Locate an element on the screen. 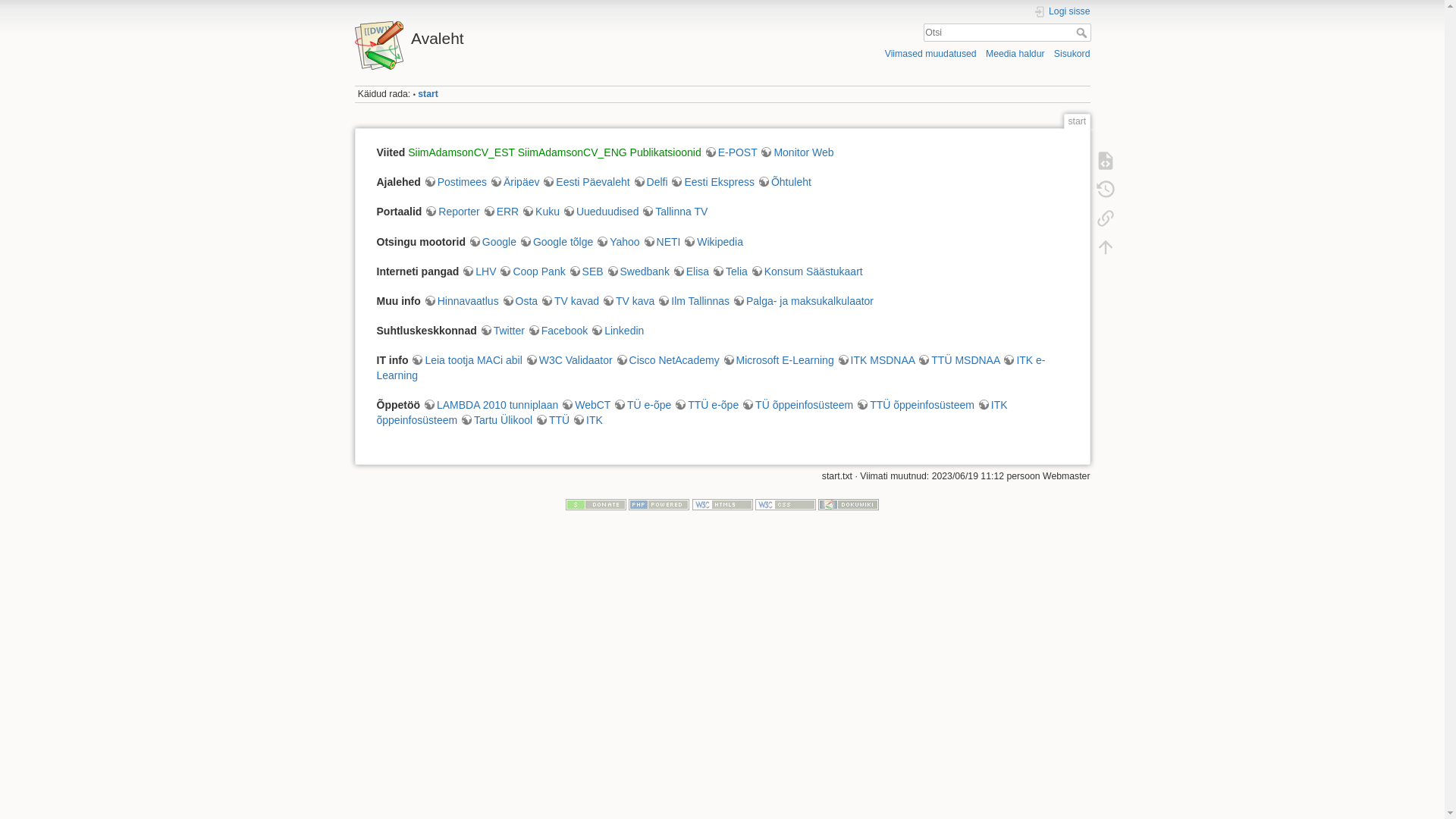 This screenshot has height=819, width=1456. 'Cisco NetAcademy' is located at coordinates (615, 359).